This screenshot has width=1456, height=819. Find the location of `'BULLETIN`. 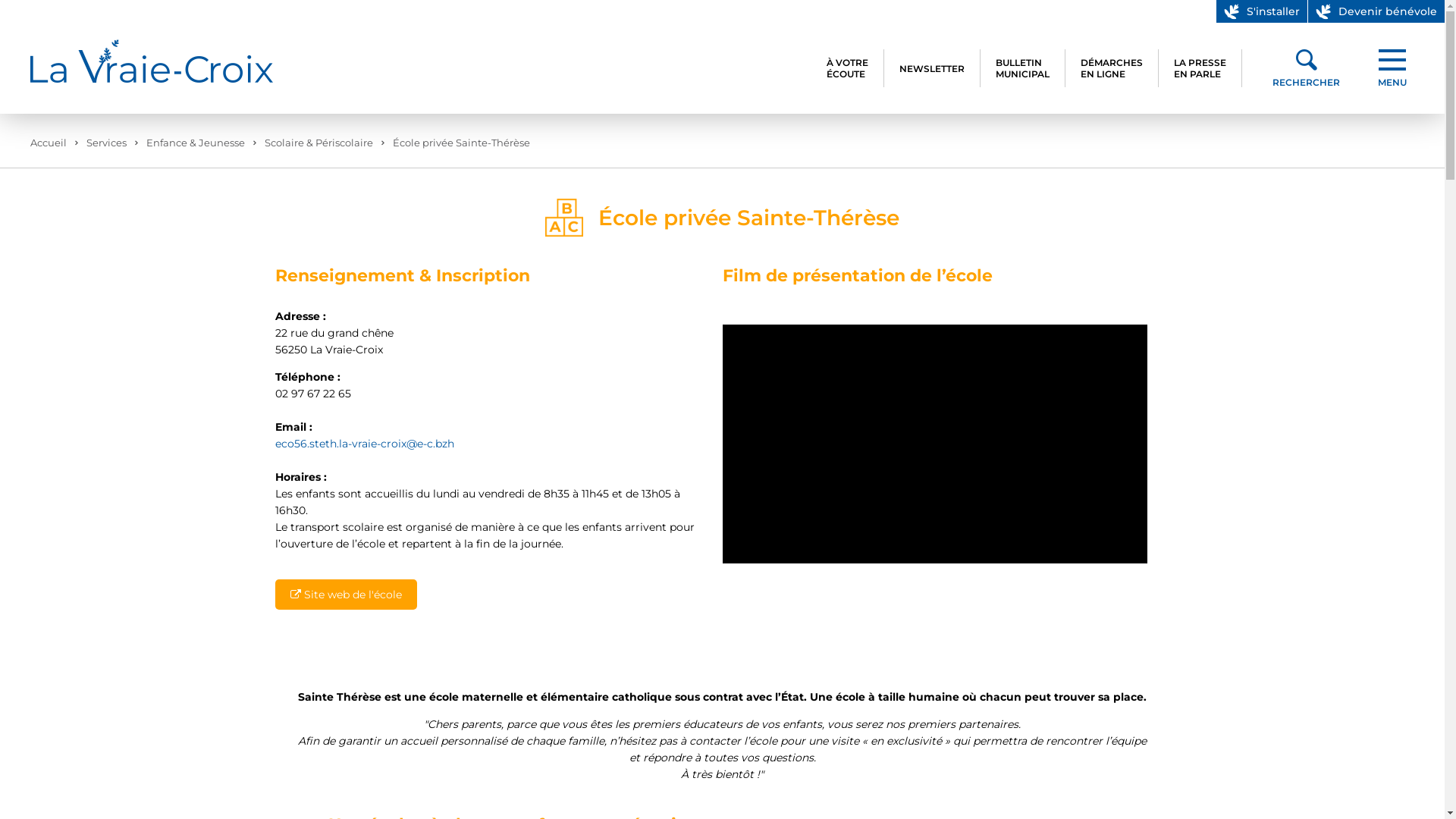

'BULLETIN is located at coordinates (980, 67).